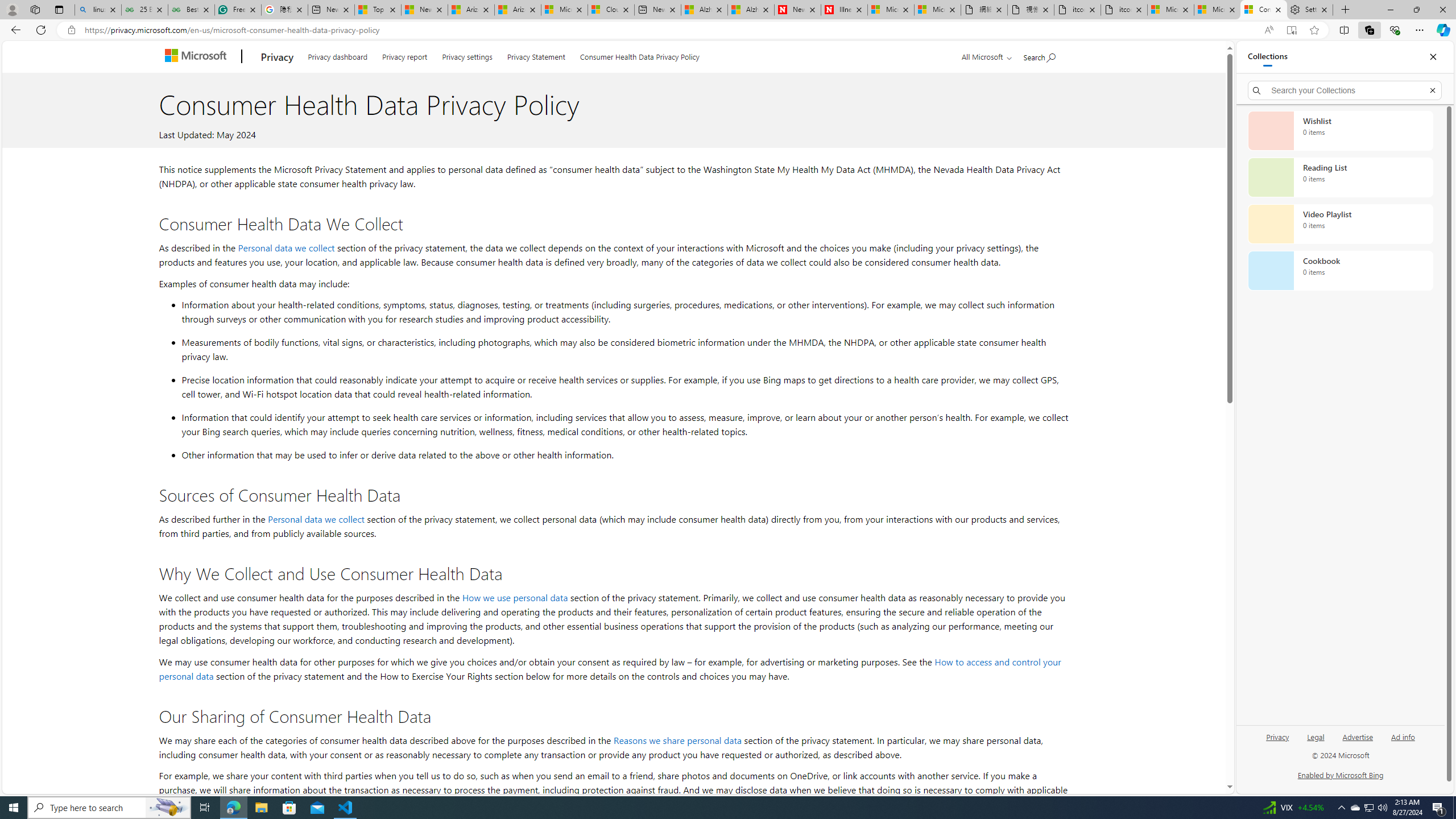 This screenshot has width=1456, height=819. Describe the element at coordinates (514, 597) in the screenshot. I see `'How we use personal data'` at that location.